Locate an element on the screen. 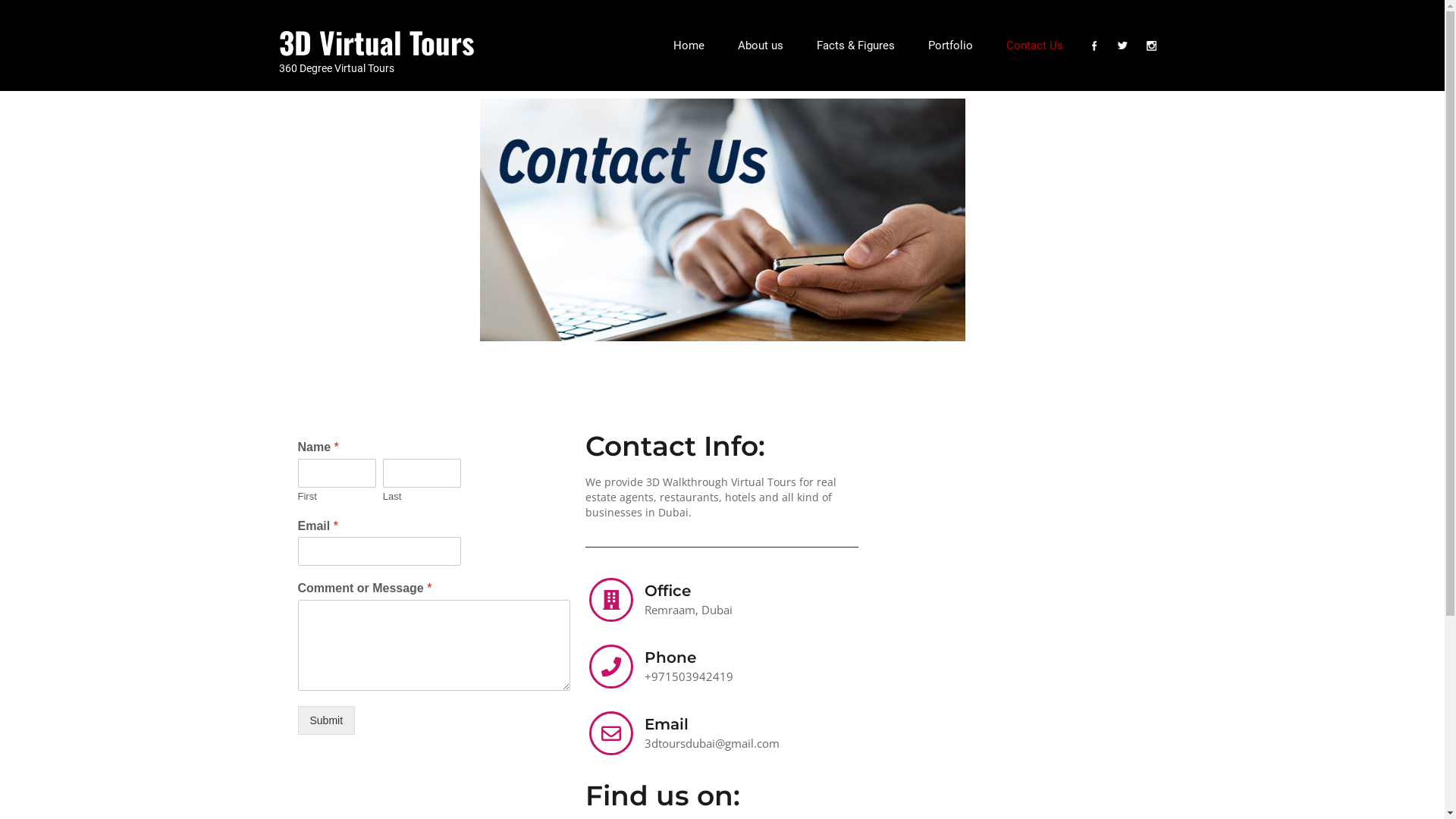 The image size is (1456, 819). 'Contact Us' is located at coordinates (1033, 45).